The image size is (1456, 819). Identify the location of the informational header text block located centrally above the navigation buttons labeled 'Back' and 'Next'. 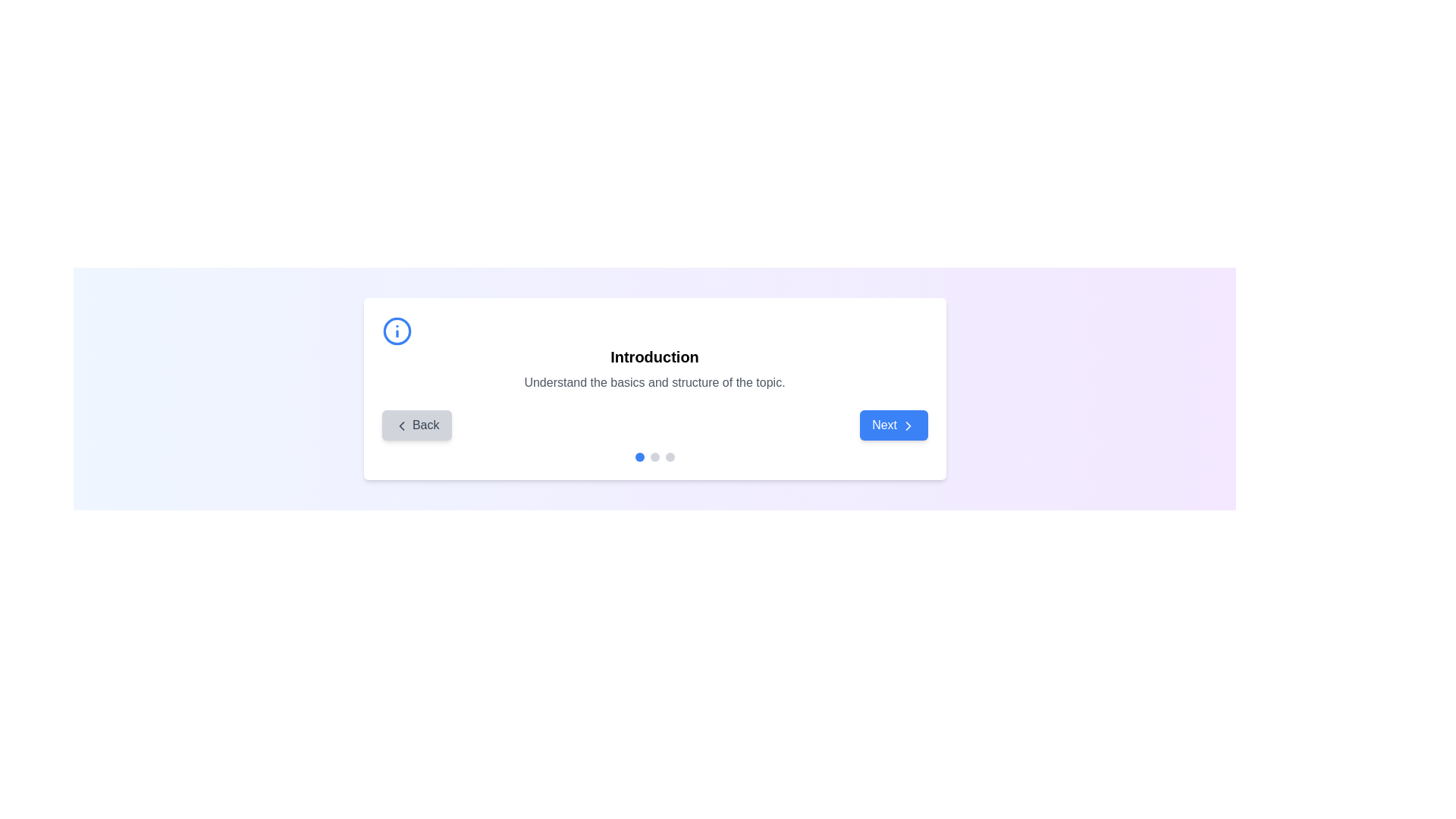
(654, 353).